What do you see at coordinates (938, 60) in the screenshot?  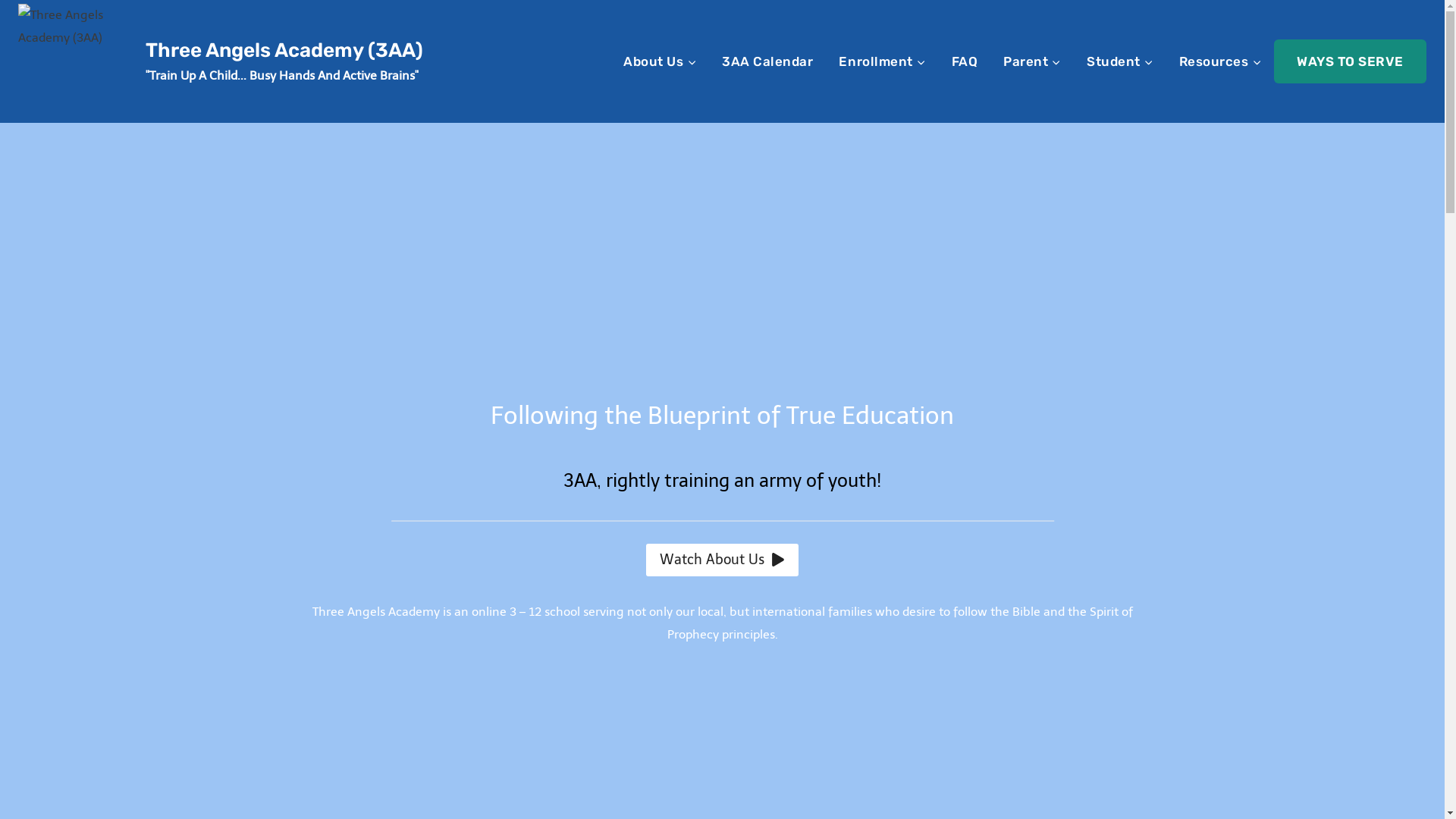 I see `'FAQ'` at bounding box center [938, 60].